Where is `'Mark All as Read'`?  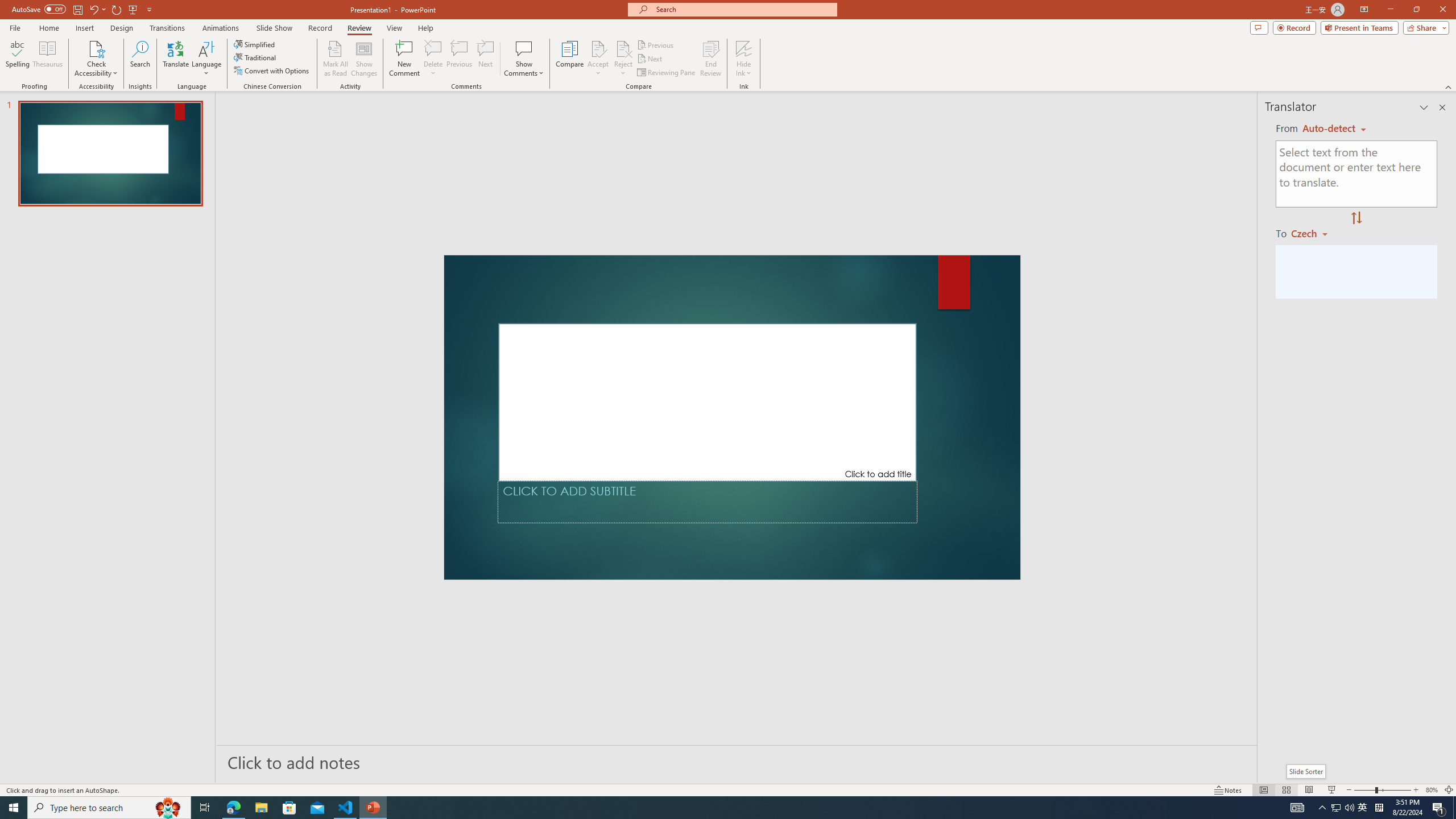 'Mark All as Read' is located at coordinates (336, 59).